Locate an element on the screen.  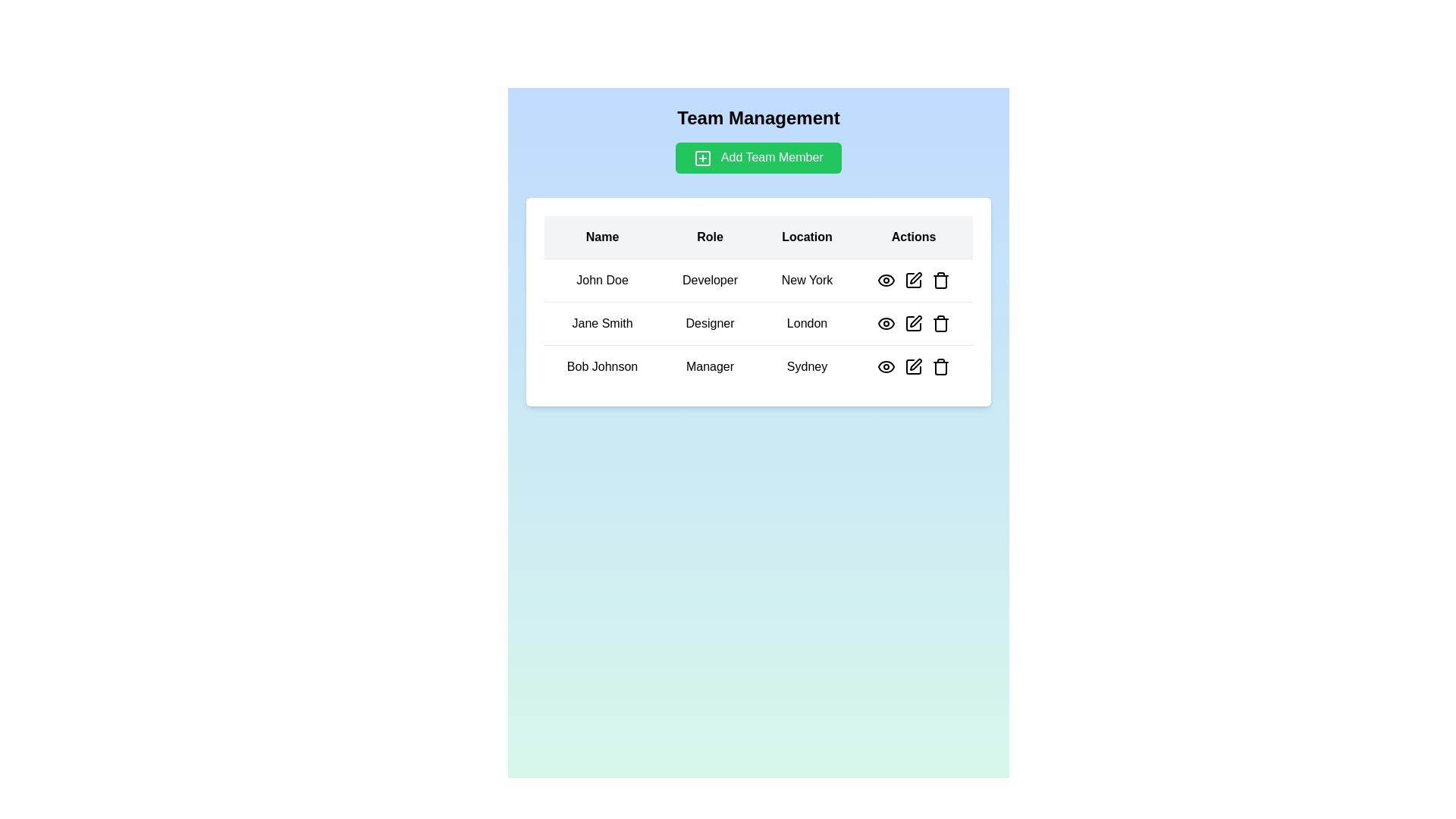
the Text Label displaying the role of 'Jane Smith' in the 'Team Management' data table, located in the second cell of its row under the 'Role' column is located at coordinates (709, 322).